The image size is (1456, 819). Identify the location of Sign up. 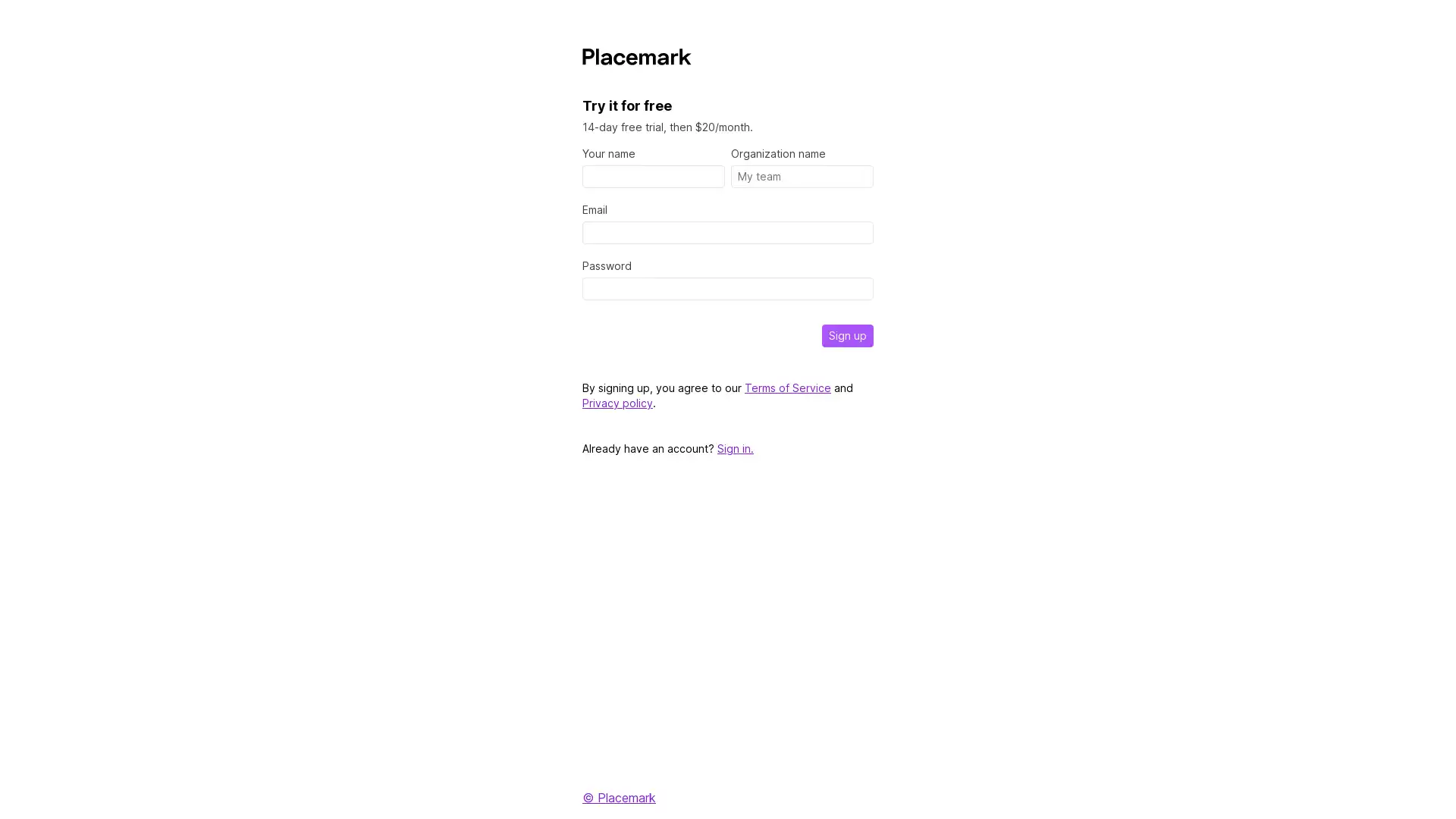
(847, 335).